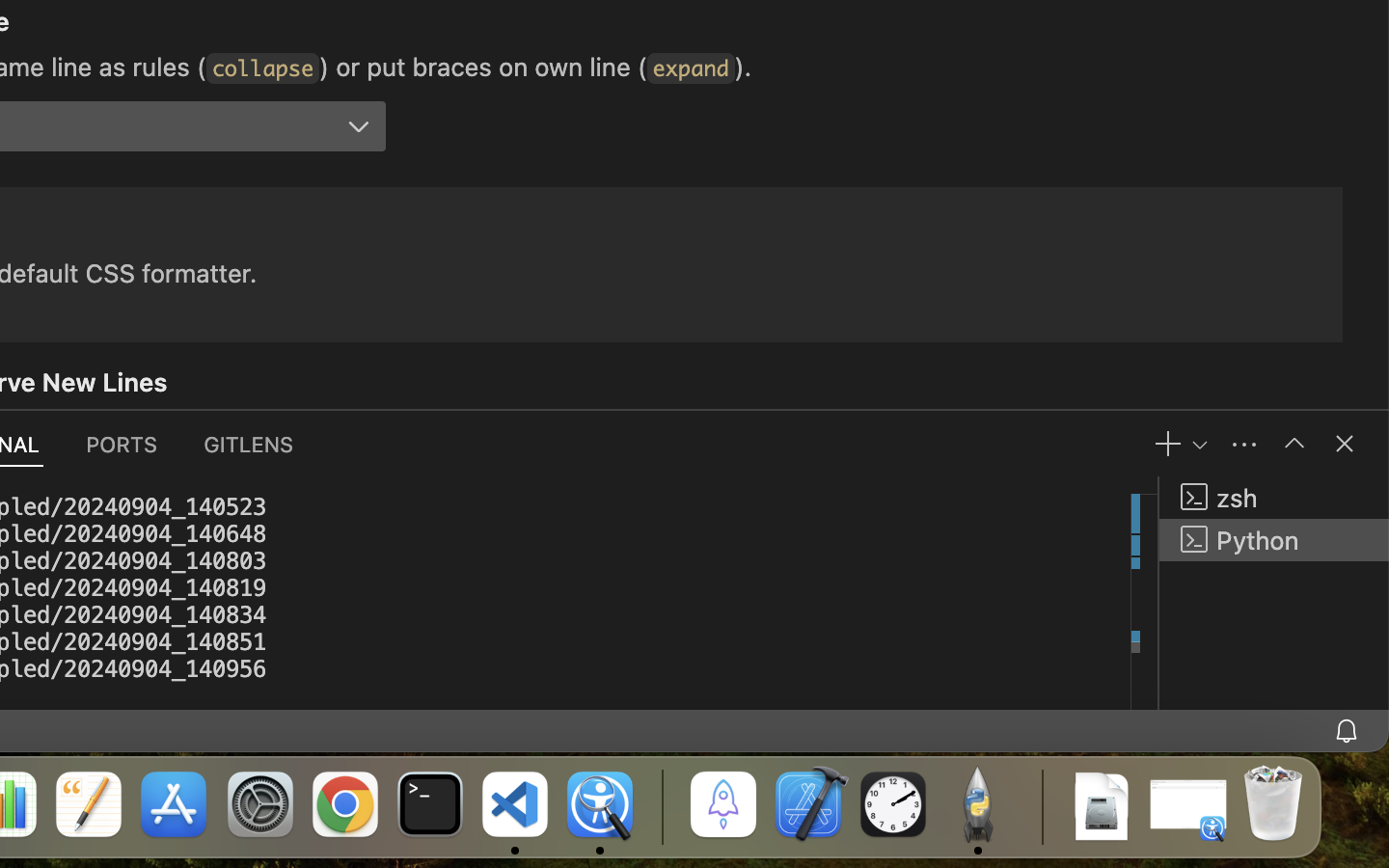 This screenshot has width=1389, height=868. What do you see at coordinates (690, 68) in the screenshot?
I see `'expand'` at bounding box center [690, 68].